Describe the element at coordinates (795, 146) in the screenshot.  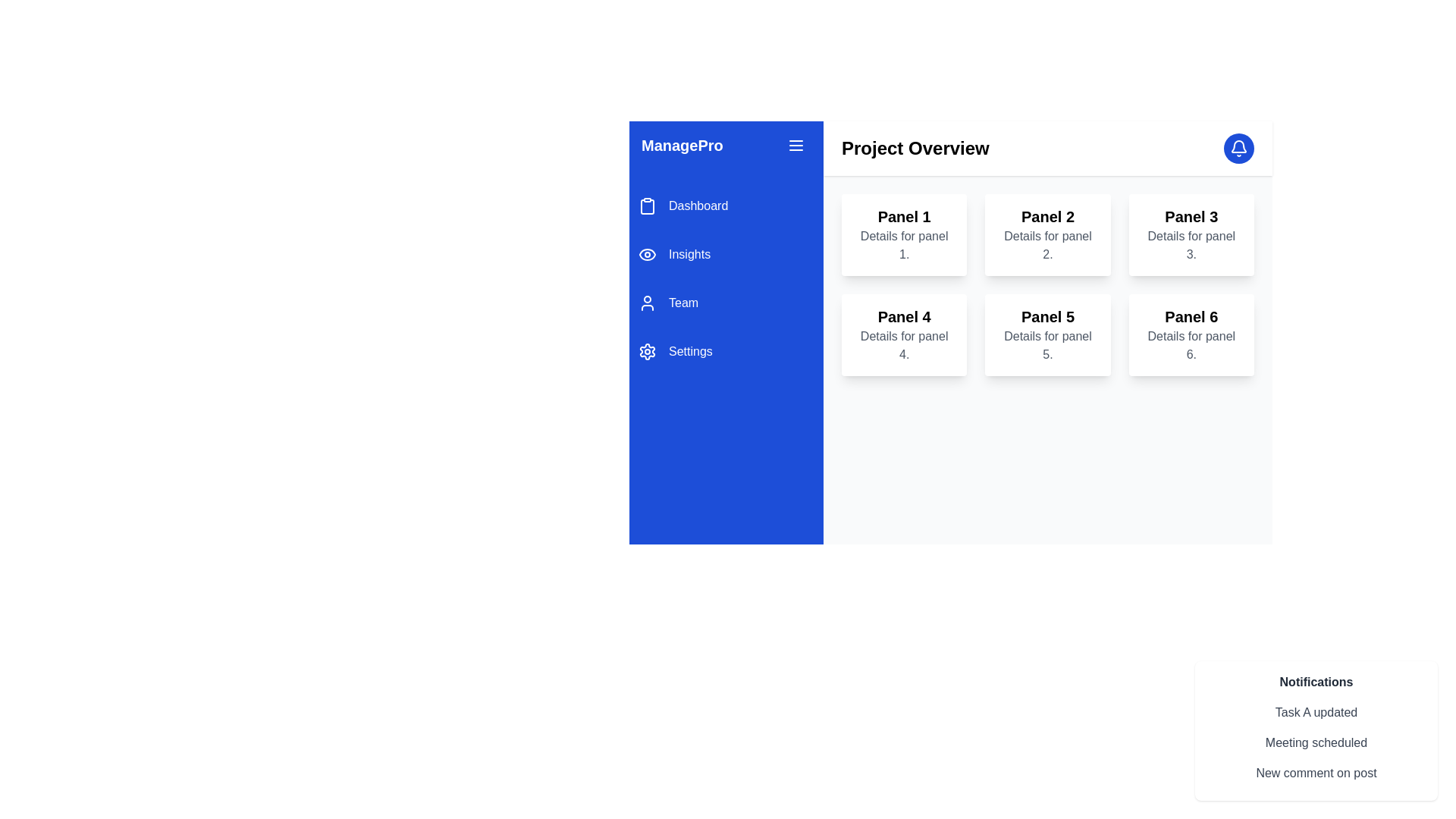
I see `the hamburger menu icon located to the right of the 'ManagePro' text in the blue sidebar` at that location.